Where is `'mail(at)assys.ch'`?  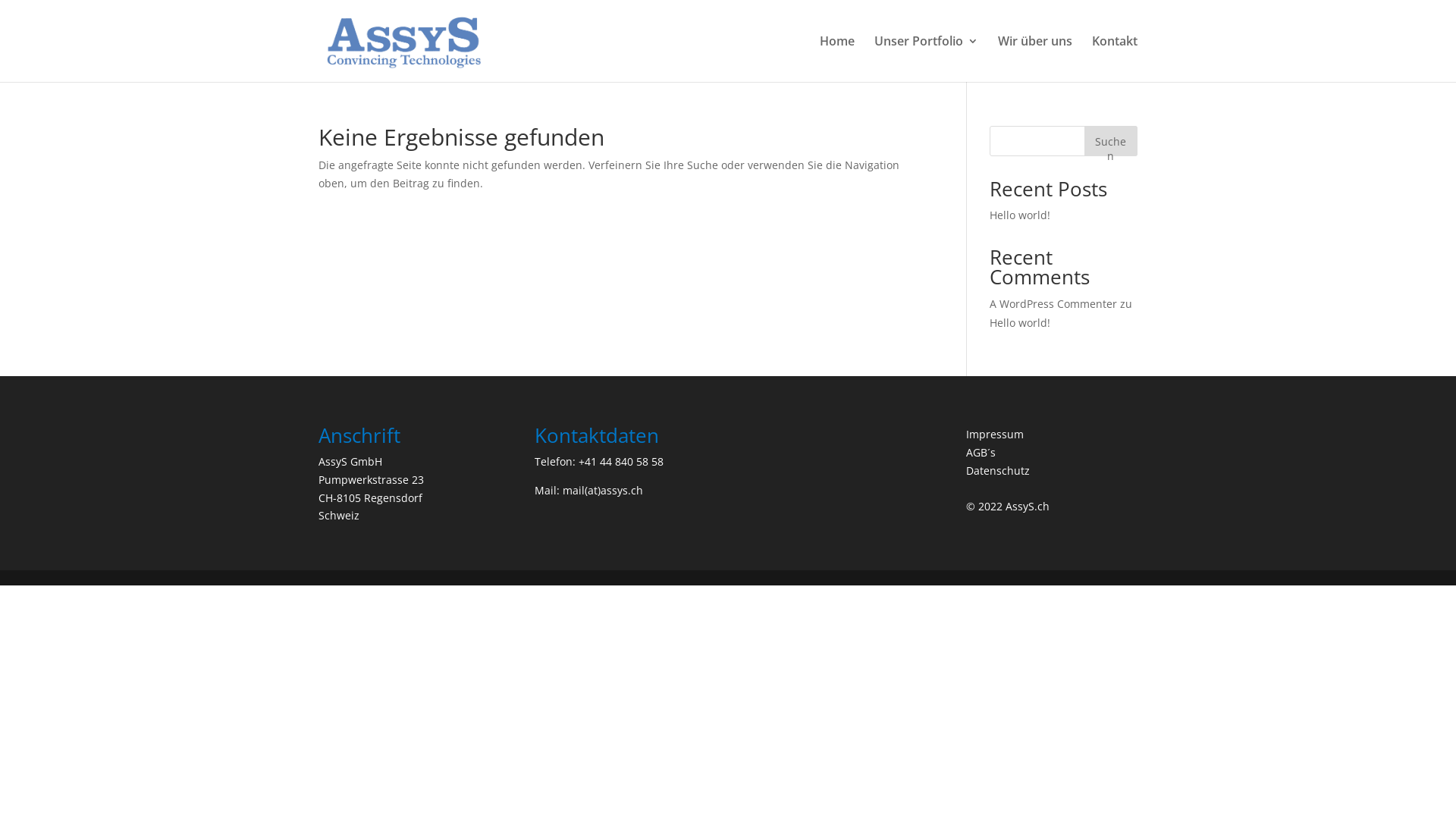 'mail(at)assys.ch' is located at coordinates (602, 490).